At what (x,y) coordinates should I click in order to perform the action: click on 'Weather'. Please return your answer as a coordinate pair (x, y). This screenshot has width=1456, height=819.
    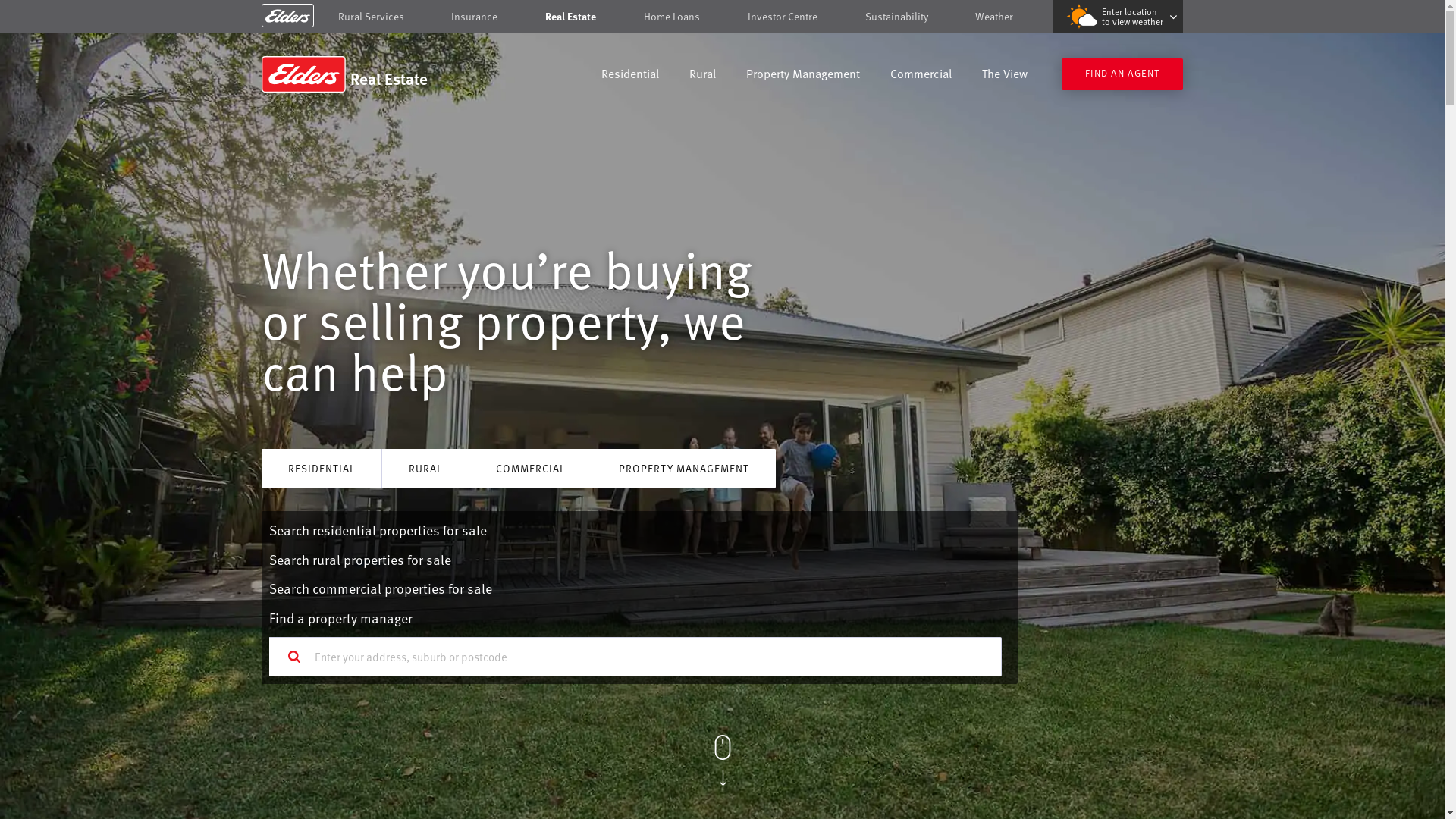
    Looking at the image, I should click on (993, 16).